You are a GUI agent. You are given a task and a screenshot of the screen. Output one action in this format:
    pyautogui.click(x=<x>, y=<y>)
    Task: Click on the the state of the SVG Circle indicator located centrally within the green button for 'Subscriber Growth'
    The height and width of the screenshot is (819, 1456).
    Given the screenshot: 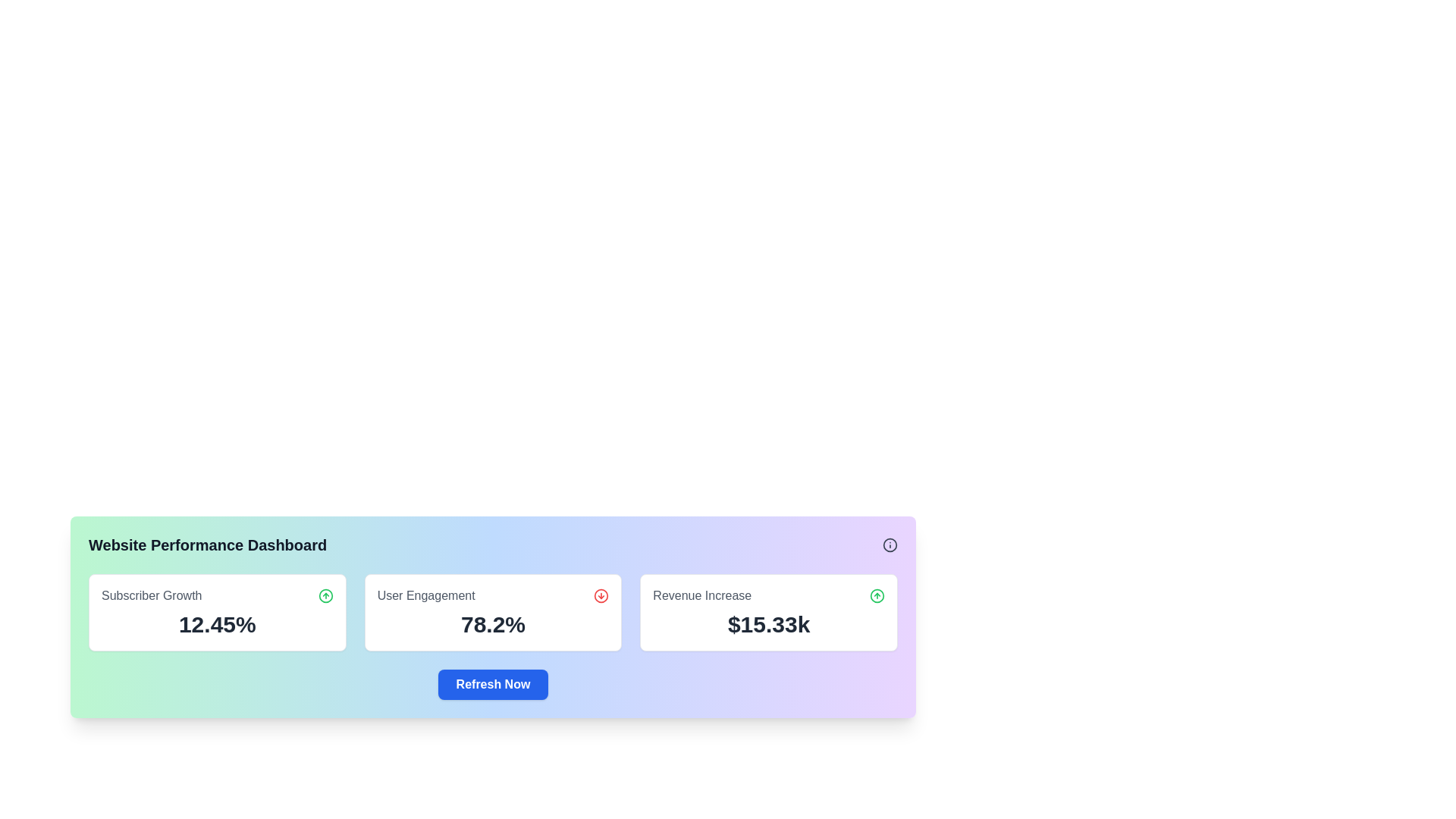 What is the action you would take?
    pyautogui.click(x=877, y=595)
    